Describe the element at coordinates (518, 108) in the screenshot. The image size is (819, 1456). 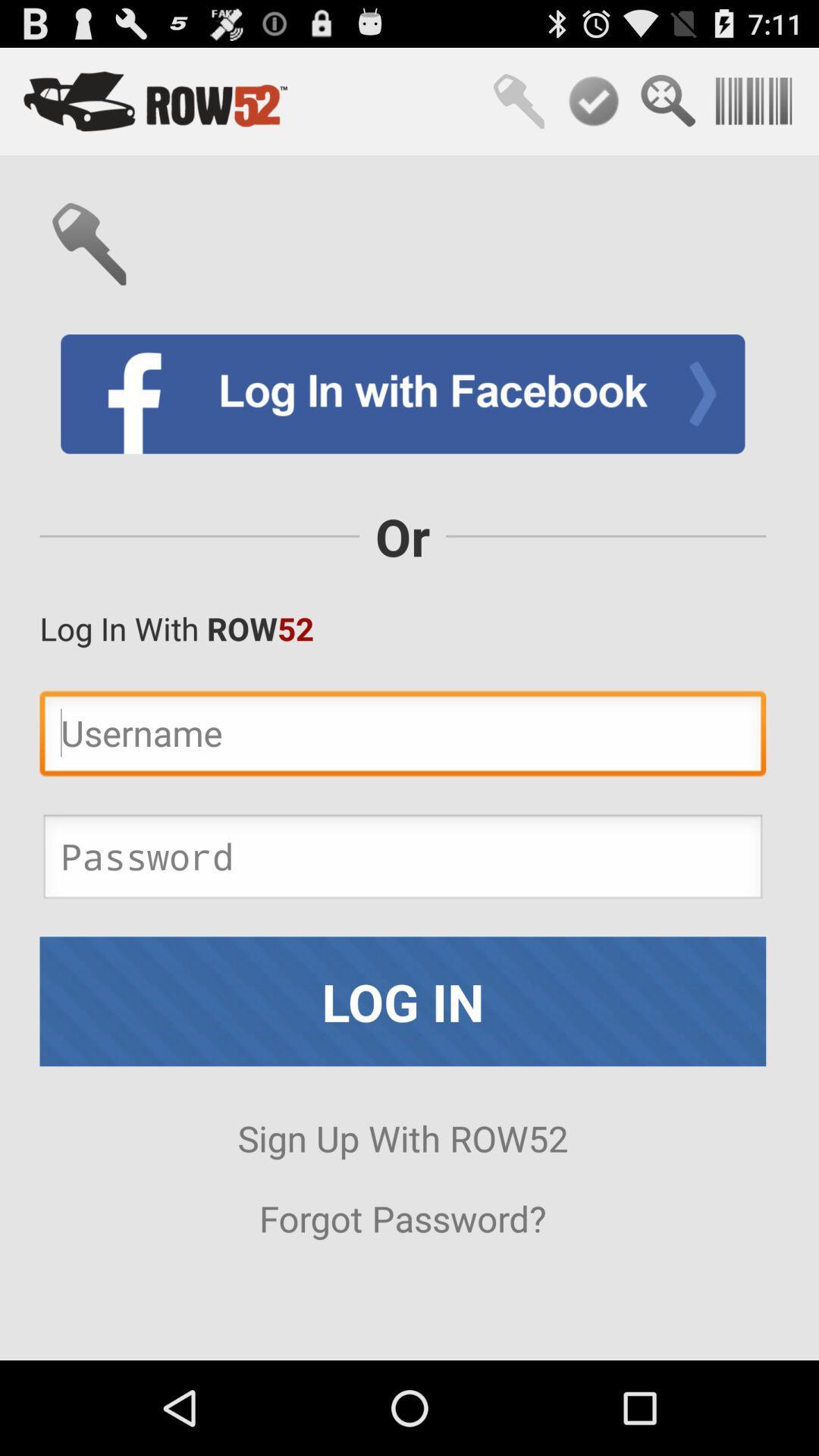
I see `the search icon` at that location.